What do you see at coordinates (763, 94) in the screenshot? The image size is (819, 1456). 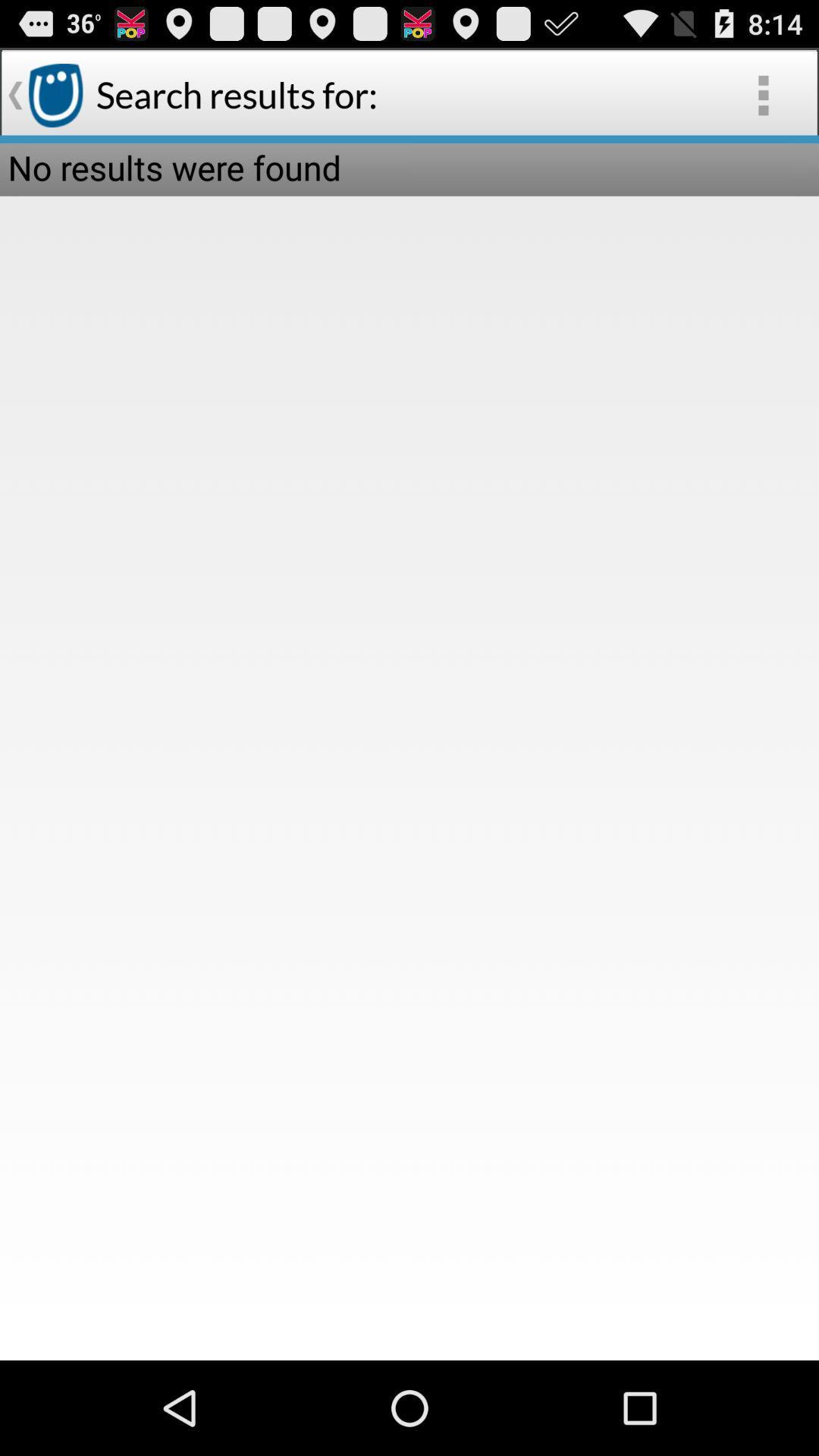 I see `the item next to search results for:  icon` at bounding box center [763, 94].